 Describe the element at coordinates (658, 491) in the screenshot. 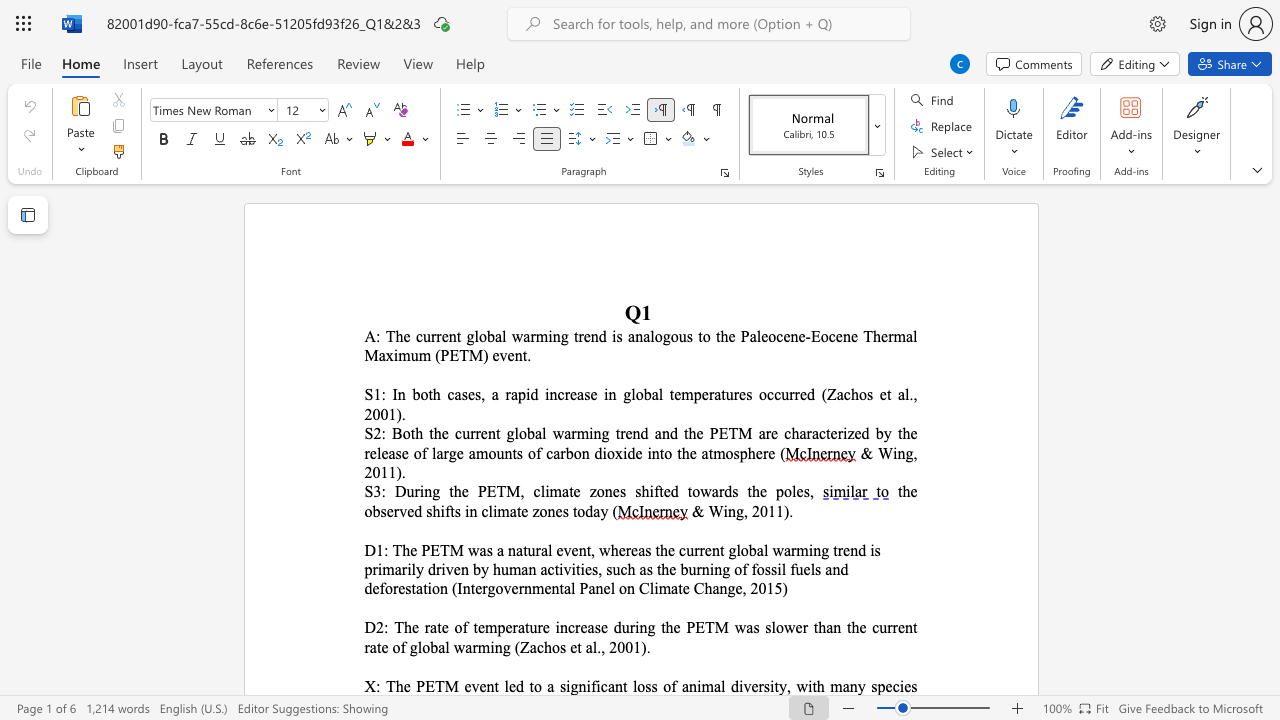

I see `the space between the continuous character "f" and "t" in the text` at that location.